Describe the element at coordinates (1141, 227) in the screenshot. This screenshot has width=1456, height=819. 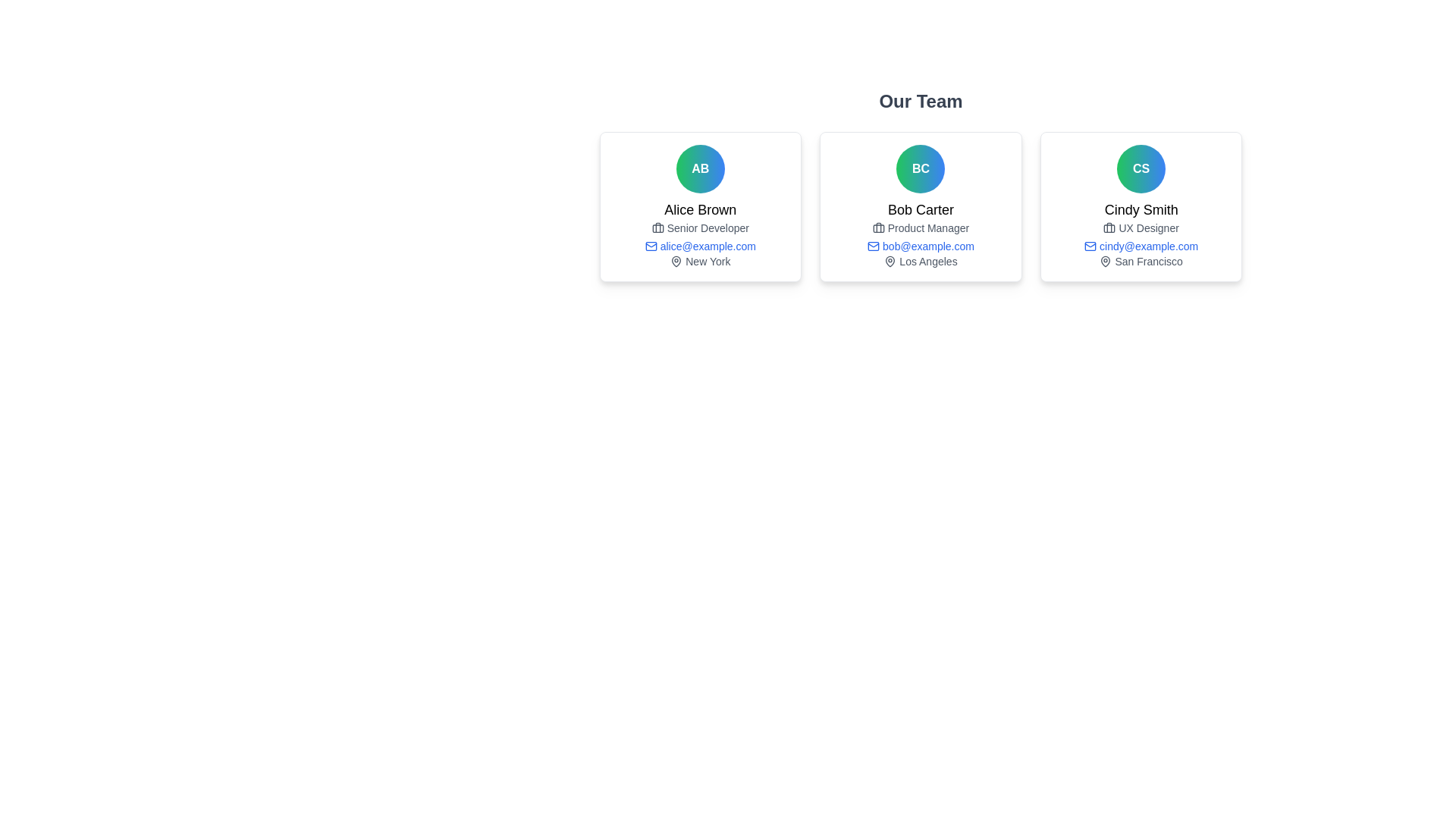
I see `the text label displaying 'UX Designer' which is styled in gray and positioned under Cindy Smith's name within her profile card` at that location.